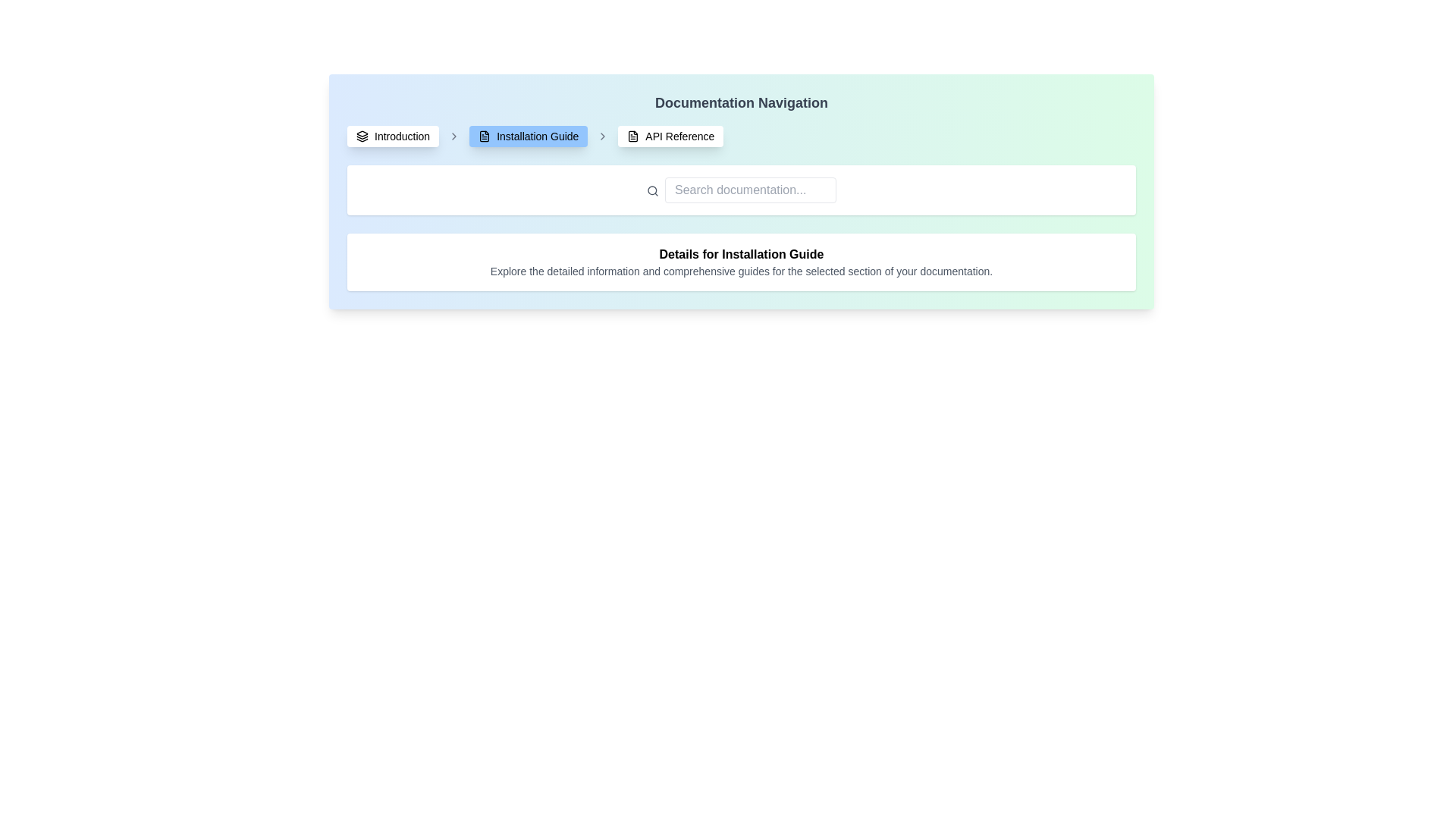  I want to click on the breadcrumb navigation button labeled 'API Reference', which contains a small SVG document icon, so click(633, 136).